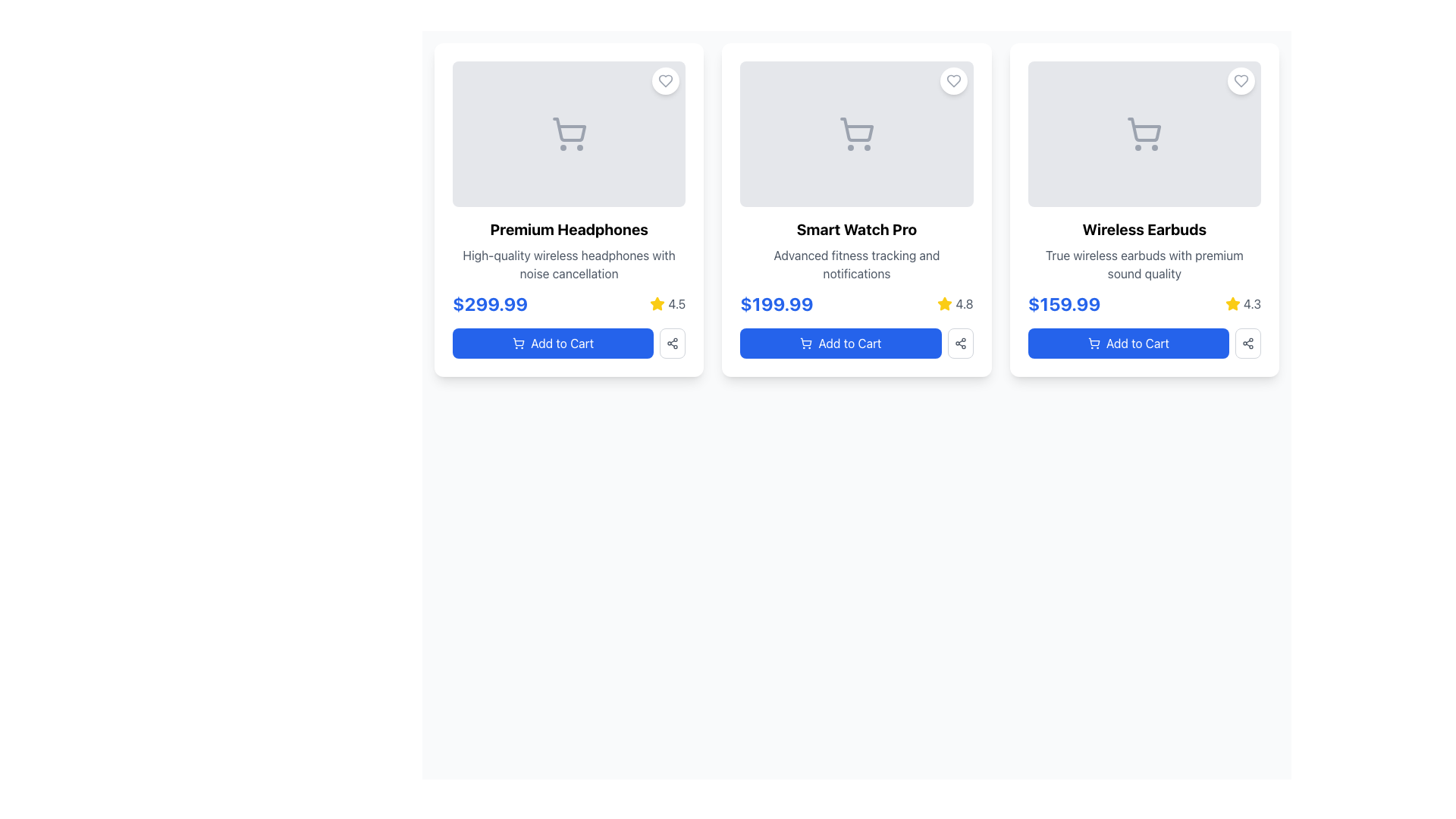  Describe the element at coordinates (1128, 343) in the screenshot. I see `the 'Add to Cart' button with a blue background and white text, which is located at the bottom of the 'Wireless Earbuds' product card` at that location.